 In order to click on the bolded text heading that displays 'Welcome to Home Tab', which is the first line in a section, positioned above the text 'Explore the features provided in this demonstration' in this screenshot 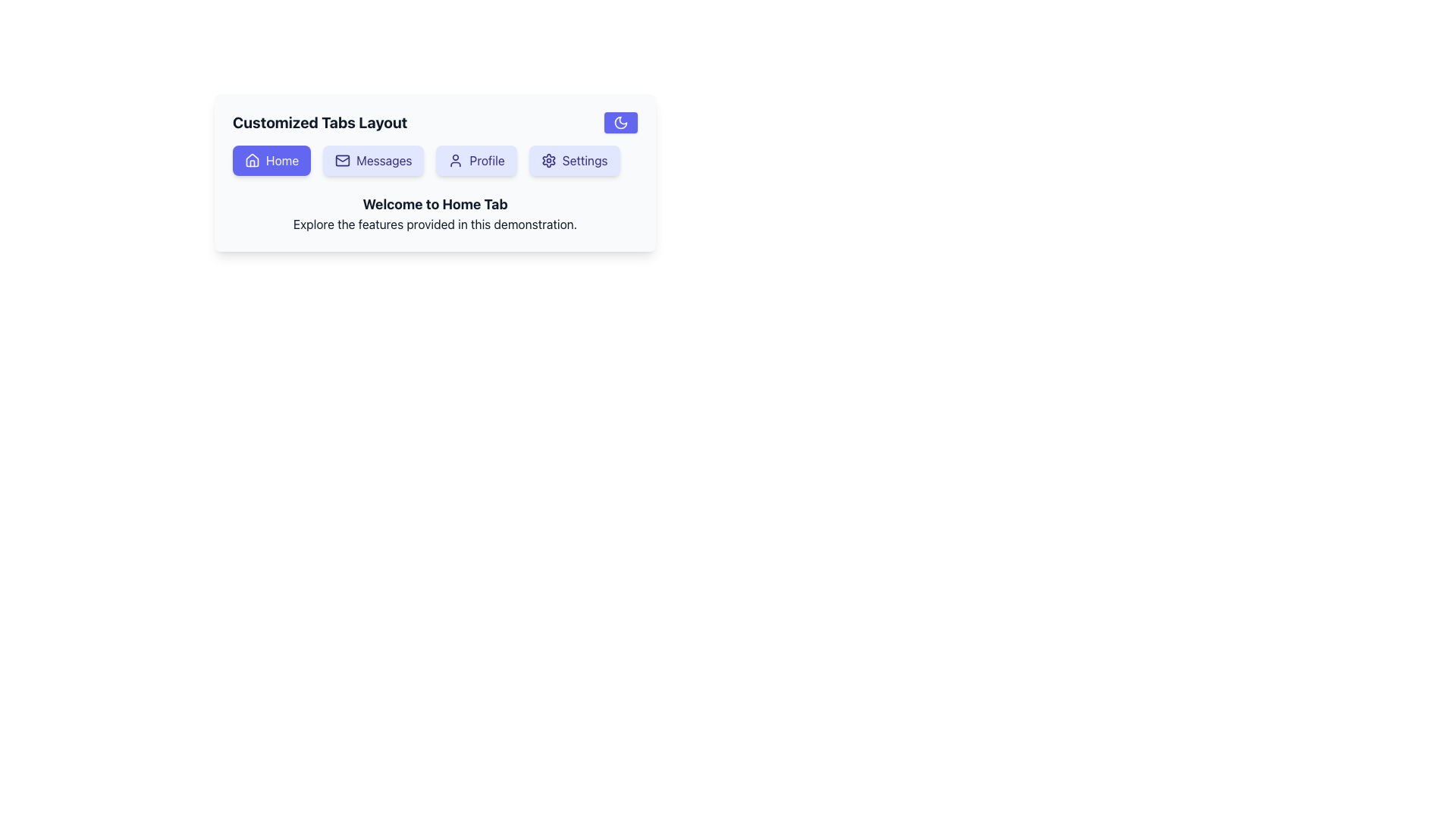, I will do `click(435, 205)`.